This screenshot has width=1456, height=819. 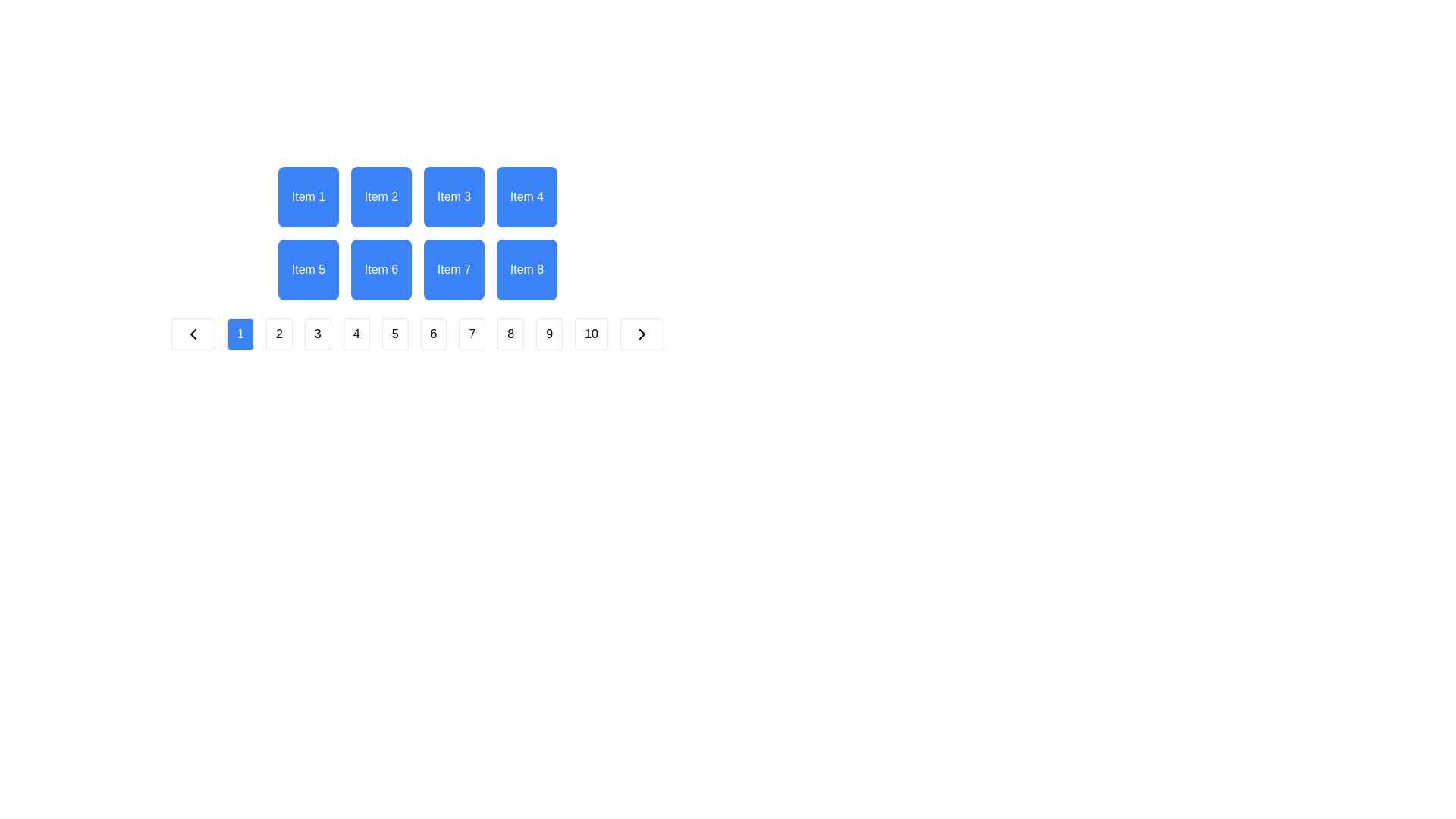 I want to click on the button labeled '5' with a white background and black text, so click(x=395, y=333).